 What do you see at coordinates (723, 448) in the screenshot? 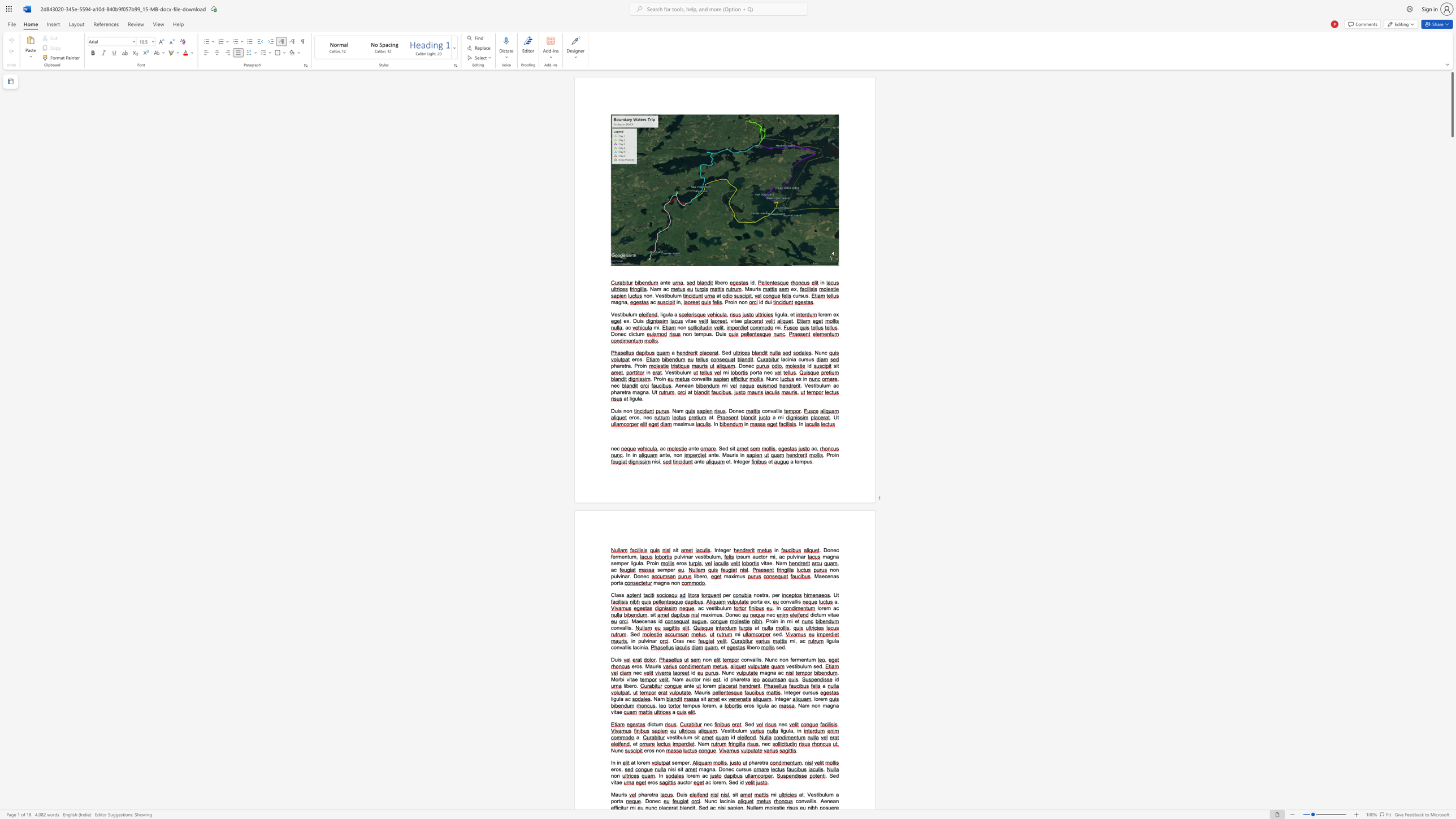
I see `the 1th character "e" in the text` at bounding box center [723, 448].